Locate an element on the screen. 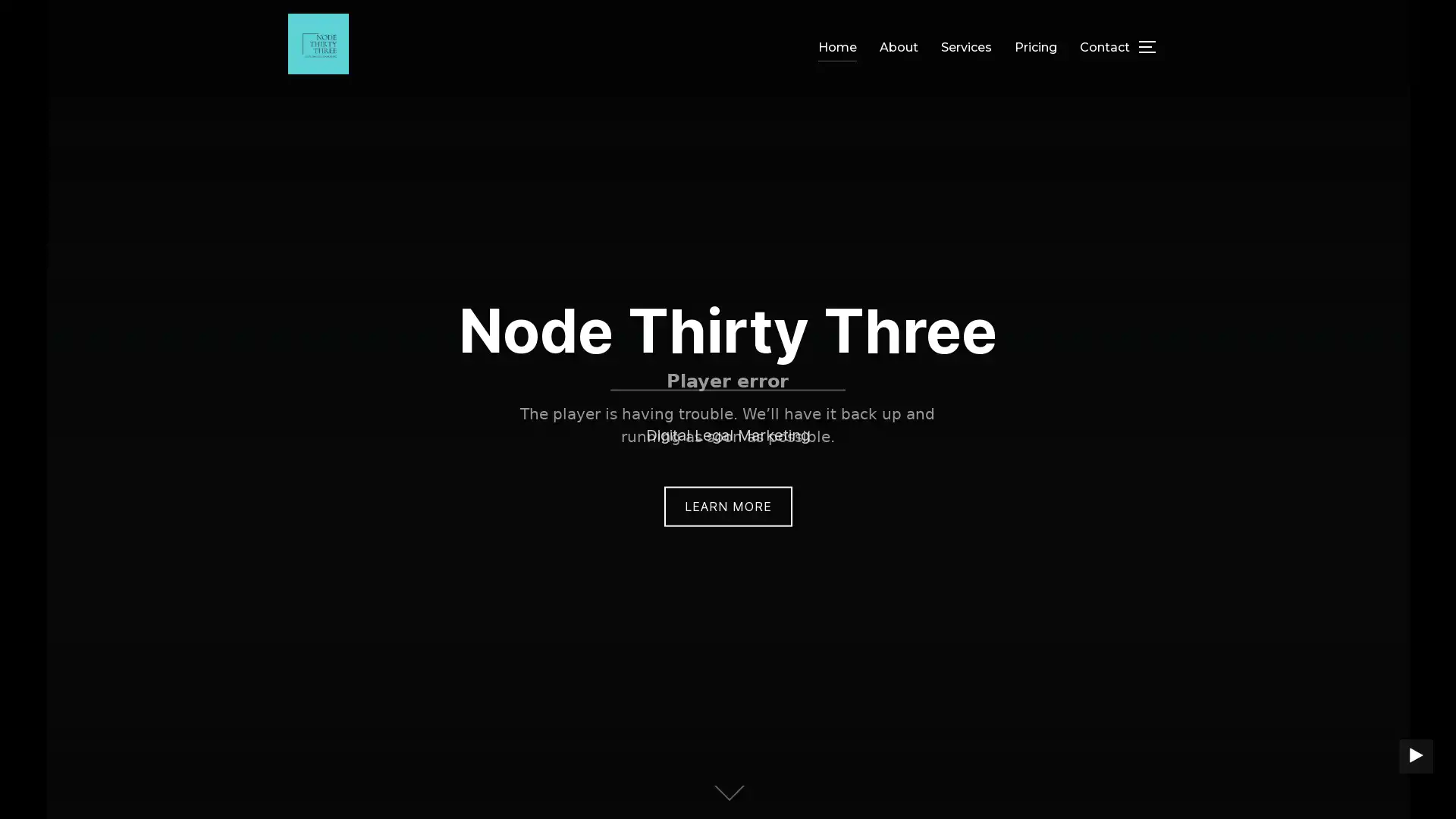 The width and height of the screenshot is (1456, 819). PLAY BACKGROUND VIDEO is located at coordinates (1415, 756).